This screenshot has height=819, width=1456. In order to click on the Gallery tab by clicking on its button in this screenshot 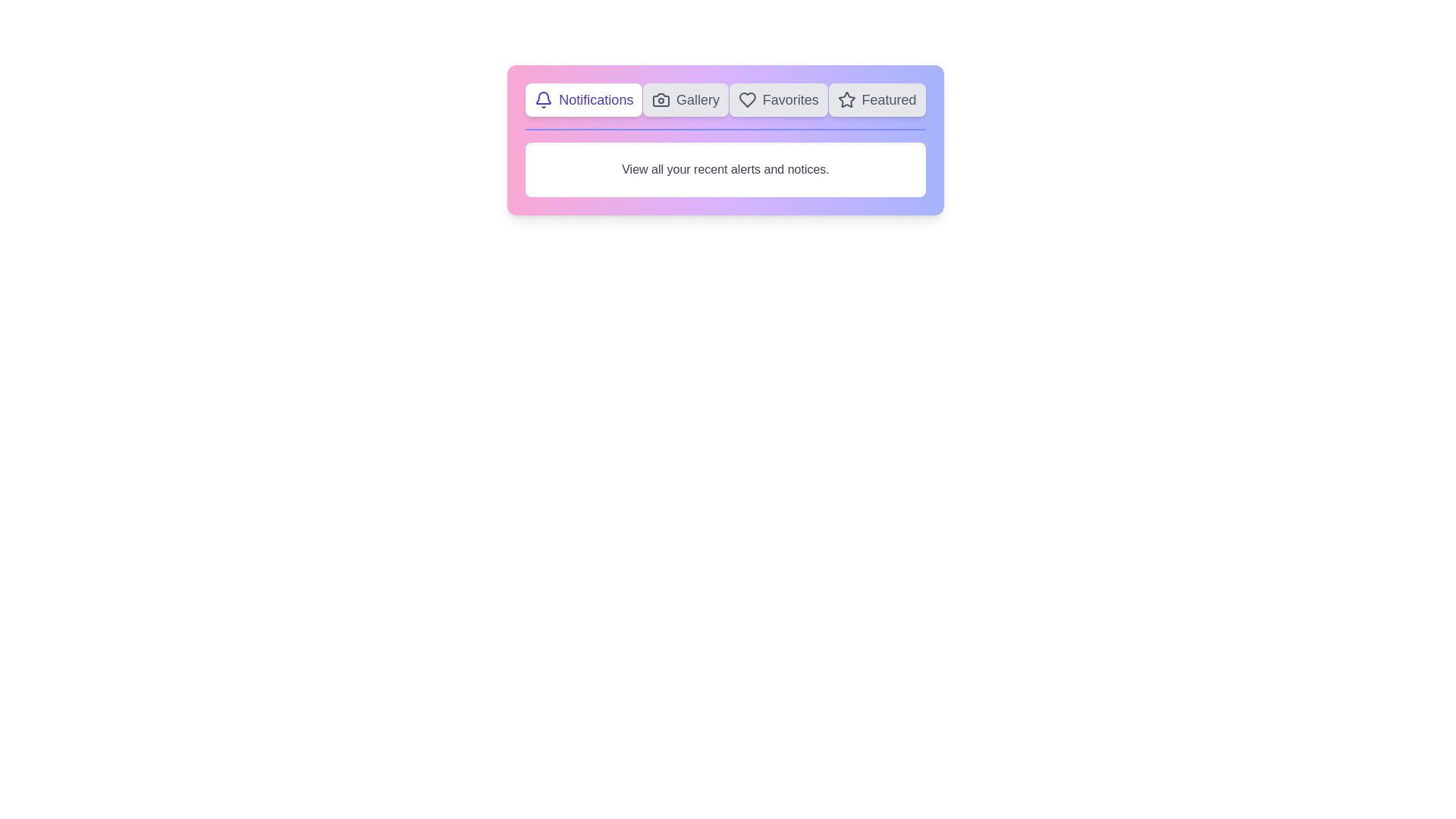, I will do `click(684, 99)`.